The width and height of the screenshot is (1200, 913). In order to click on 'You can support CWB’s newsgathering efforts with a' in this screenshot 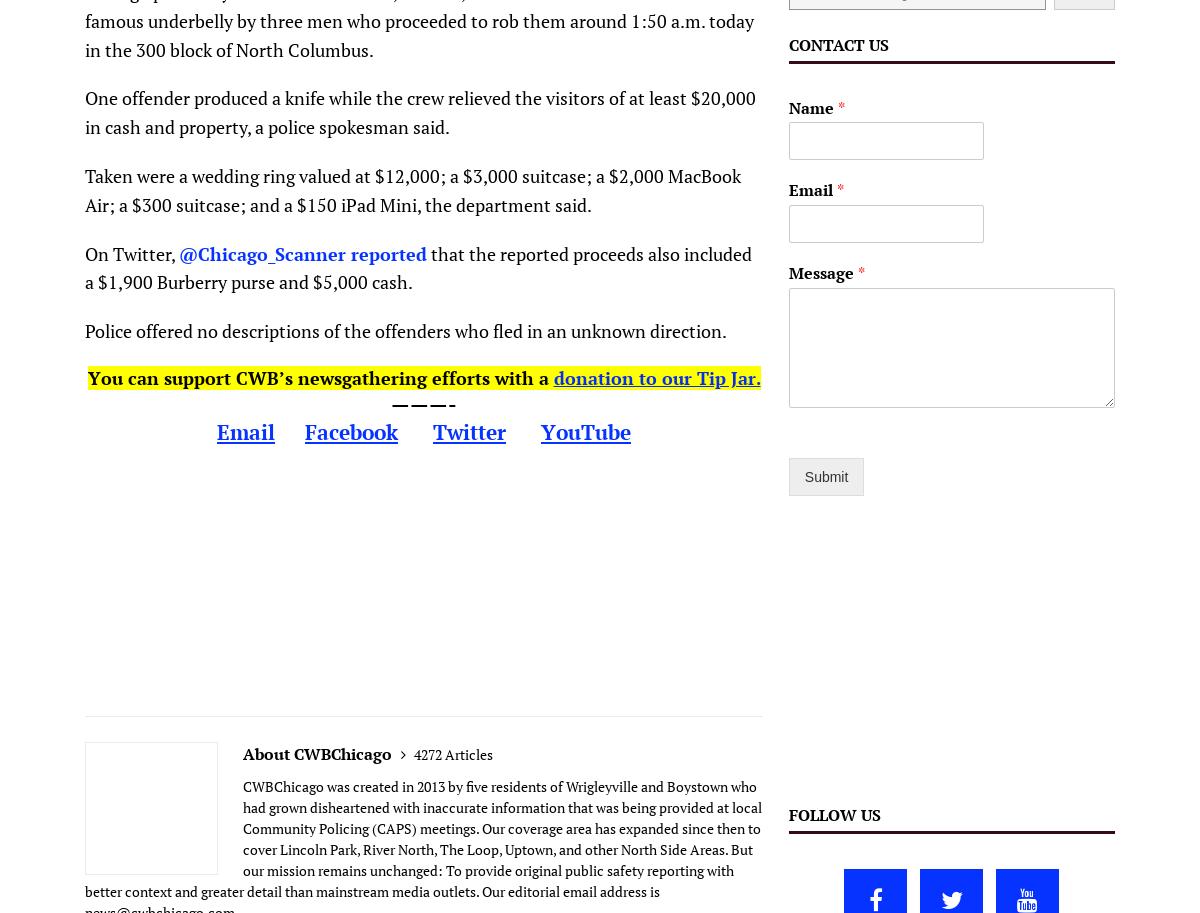, I will do `click(320, 375)`.